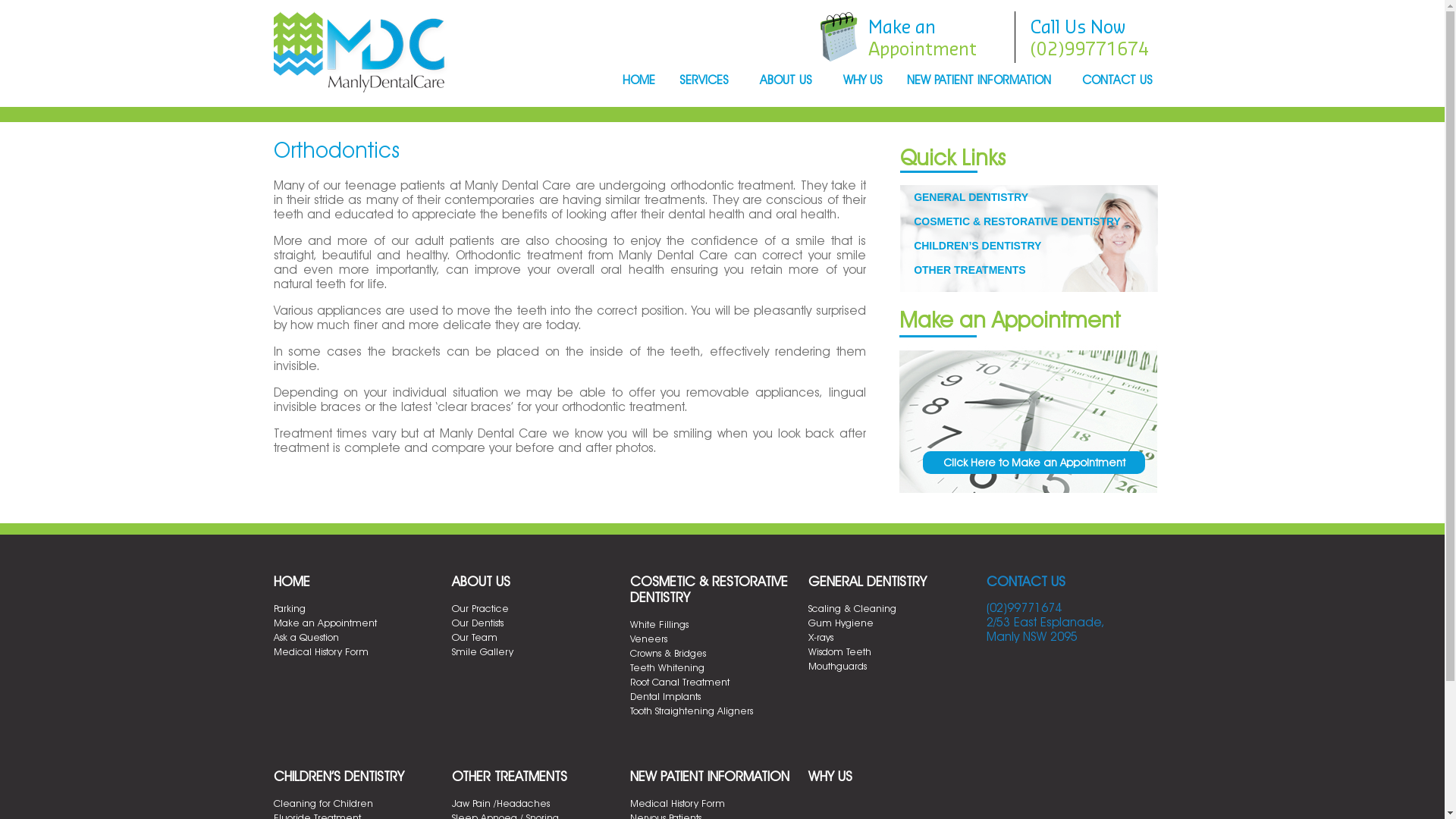  I want to click on 'HOME', so click(291, 580).